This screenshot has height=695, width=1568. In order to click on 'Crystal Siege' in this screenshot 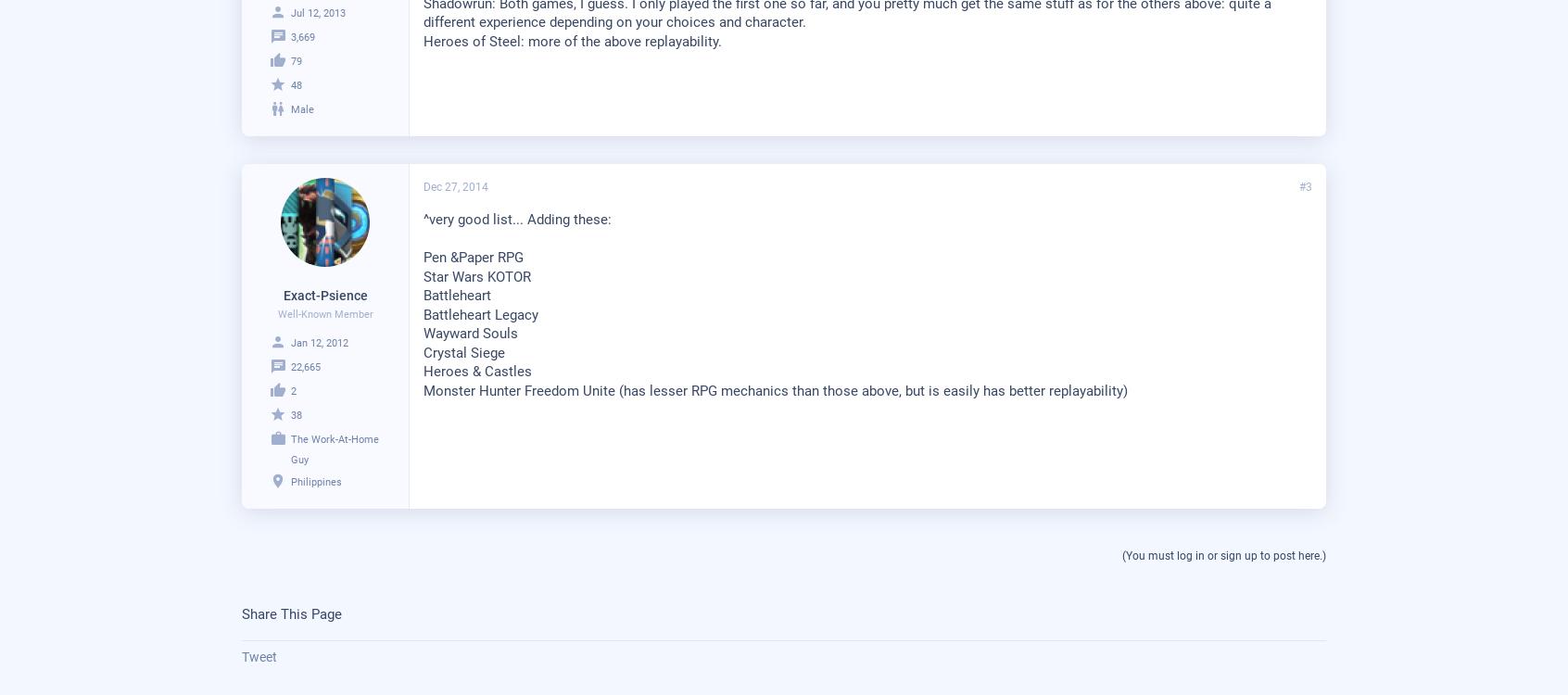, I will do `click(464, 352)`.